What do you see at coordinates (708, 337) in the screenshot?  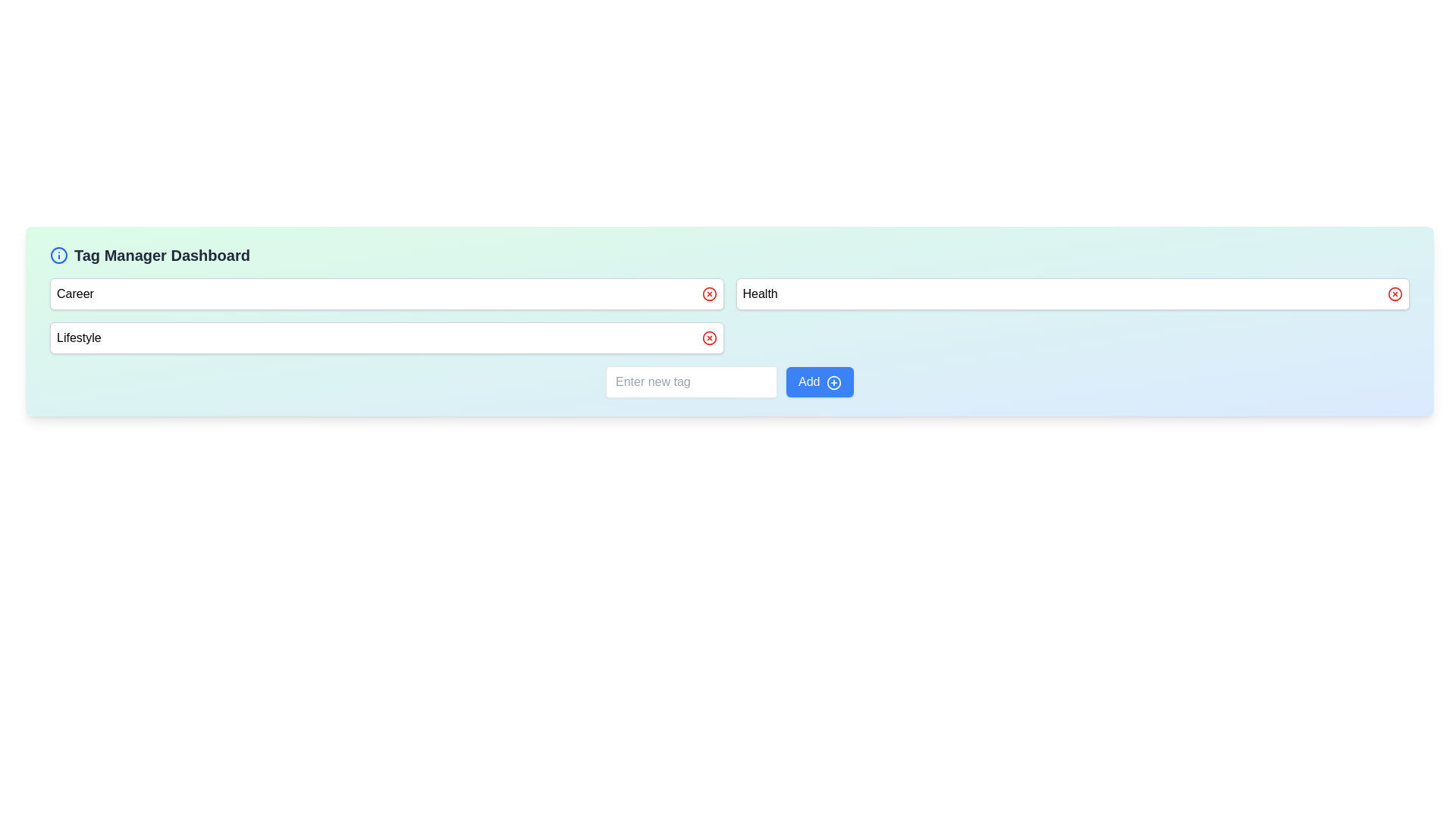 I see `the circular red outlined button with a red 'X' symbol` at bounding box center [708, 337].